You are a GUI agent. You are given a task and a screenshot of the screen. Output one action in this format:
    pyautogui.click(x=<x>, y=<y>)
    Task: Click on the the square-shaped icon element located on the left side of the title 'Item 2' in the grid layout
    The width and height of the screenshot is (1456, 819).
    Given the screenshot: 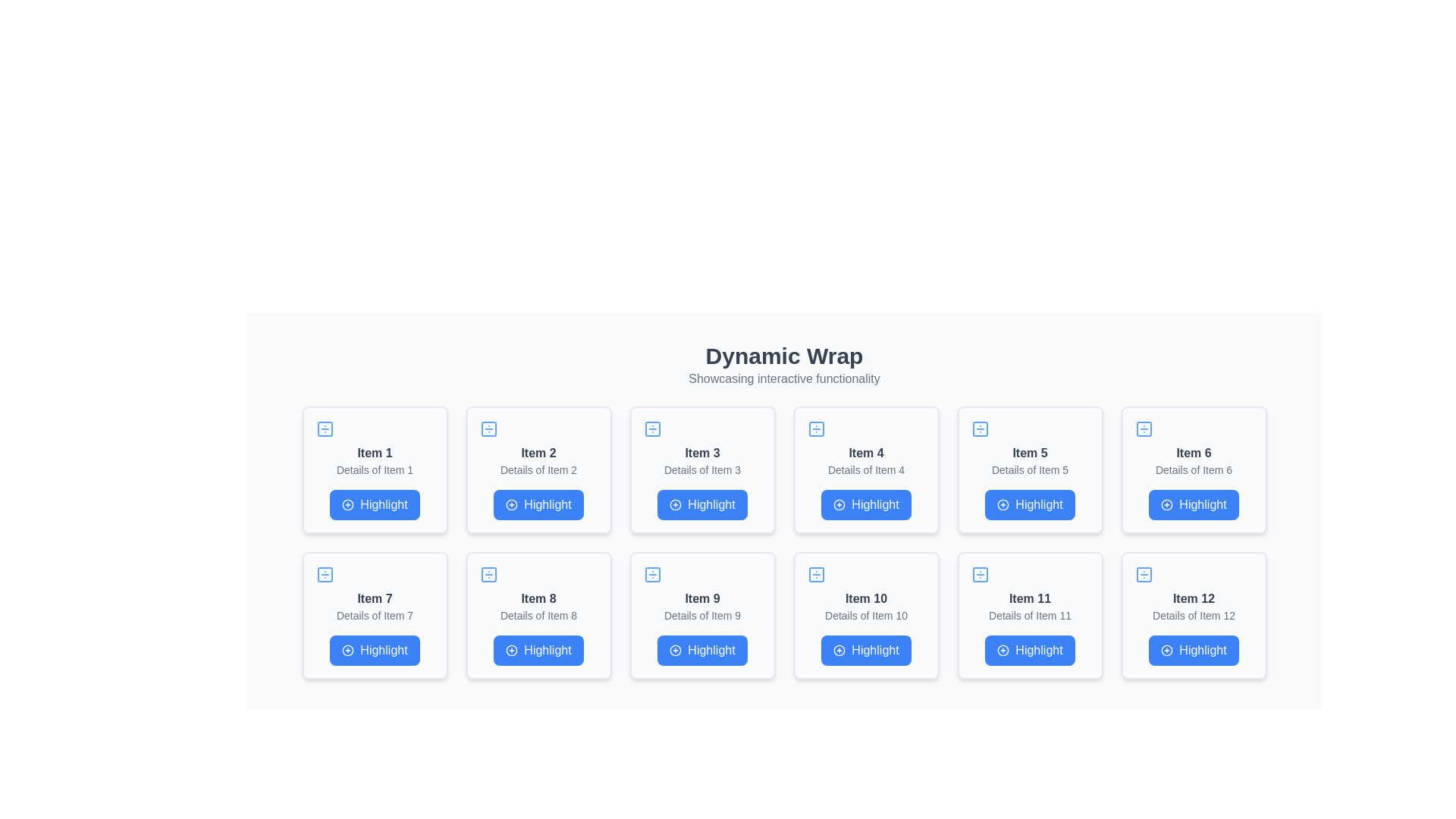 What is the action you would take?
    pyautogui.click(x=488, y=429)
    